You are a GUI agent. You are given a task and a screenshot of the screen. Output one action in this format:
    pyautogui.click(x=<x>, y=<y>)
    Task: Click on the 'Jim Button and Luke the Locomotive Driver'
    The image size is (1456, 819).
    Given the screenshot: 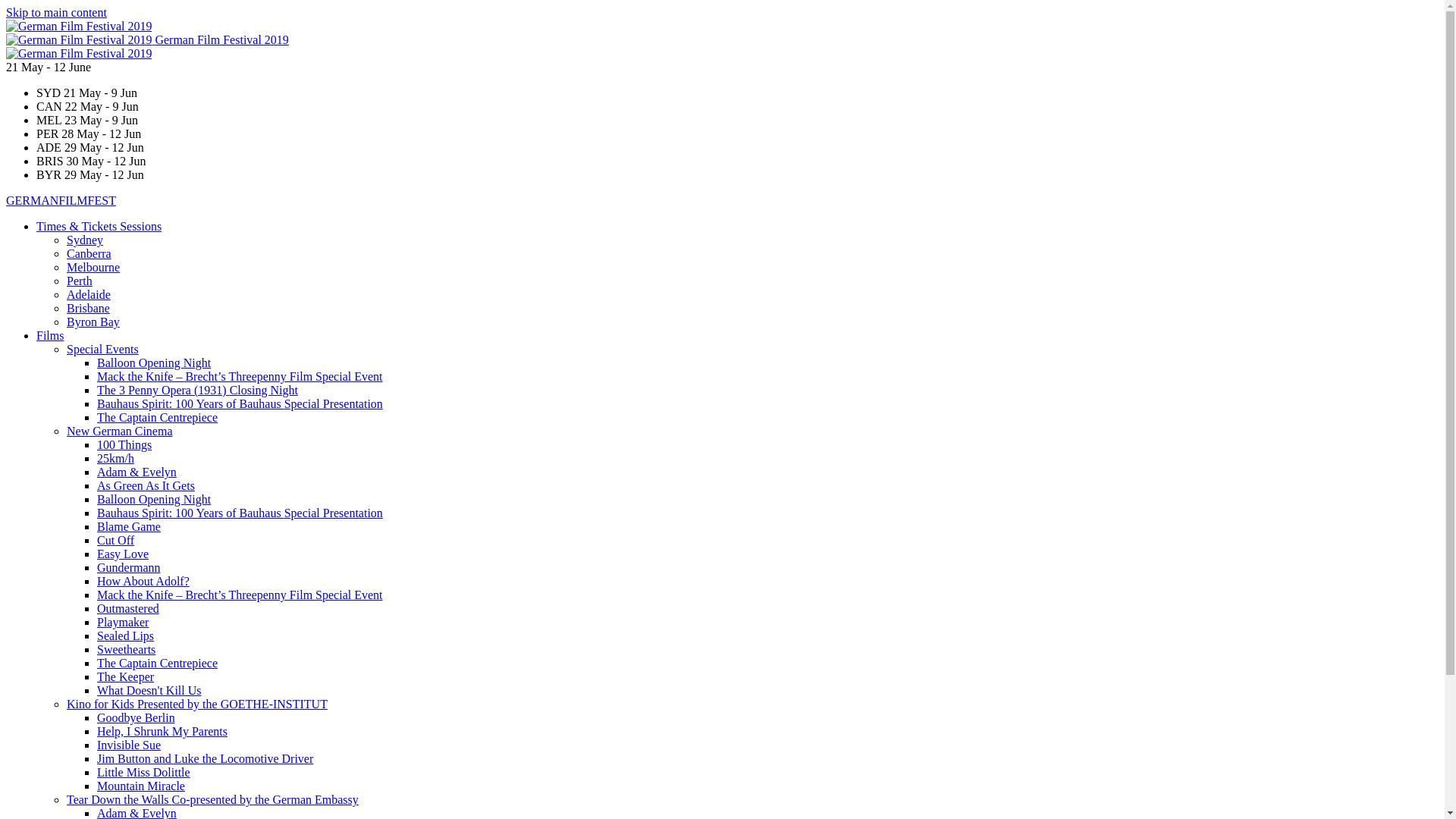 What is the action you would take?
    pyautogui.click(x=204, y=758)
    